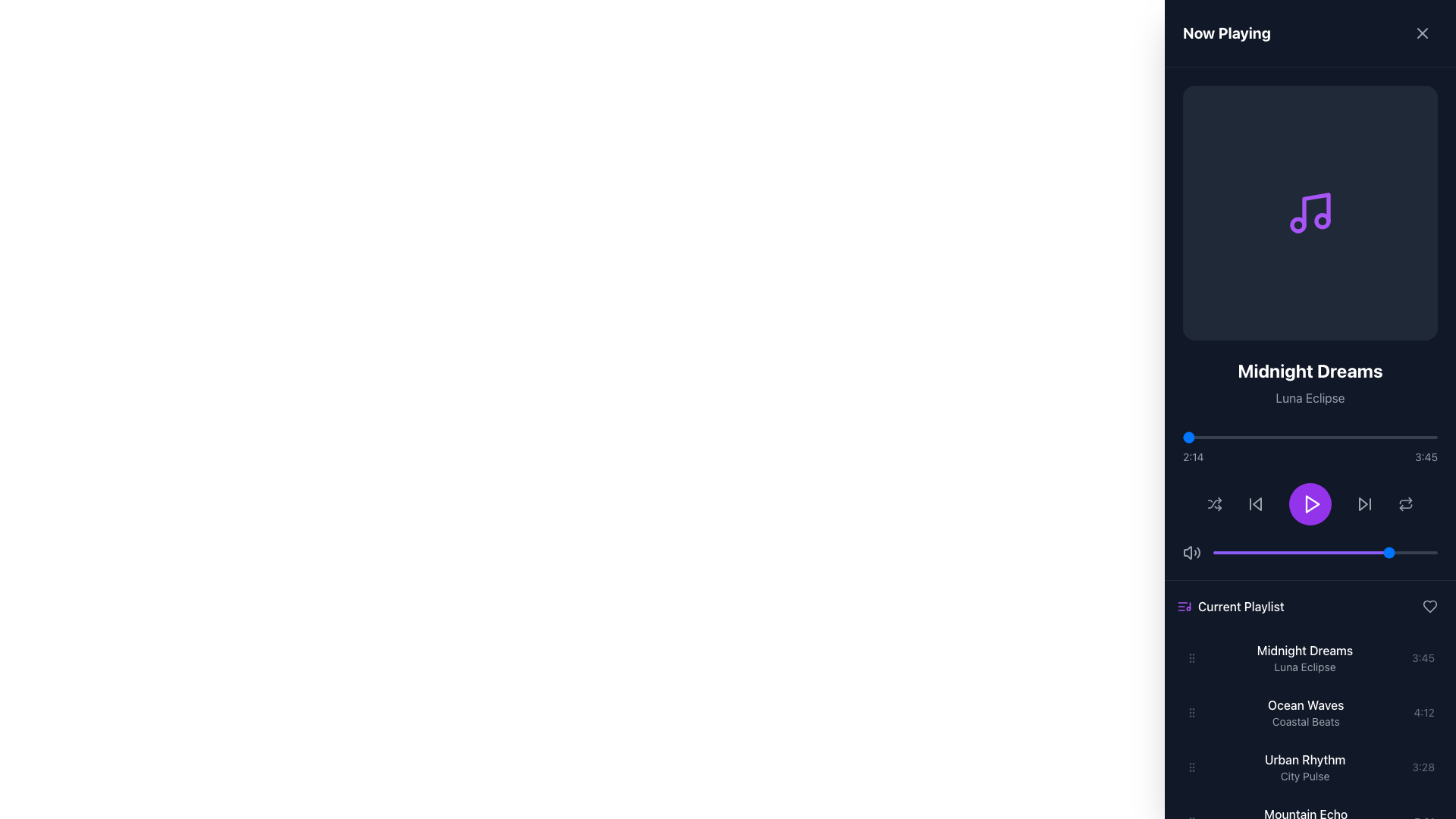  What do you see at coordinates (1310, 397) in the screenshot?
I see `the text label displaying 'Luna Eclipse', which is styled in light gray on a dark background and is located beneath 'Midnight Dreams'` at bounding box center [1310, 397].